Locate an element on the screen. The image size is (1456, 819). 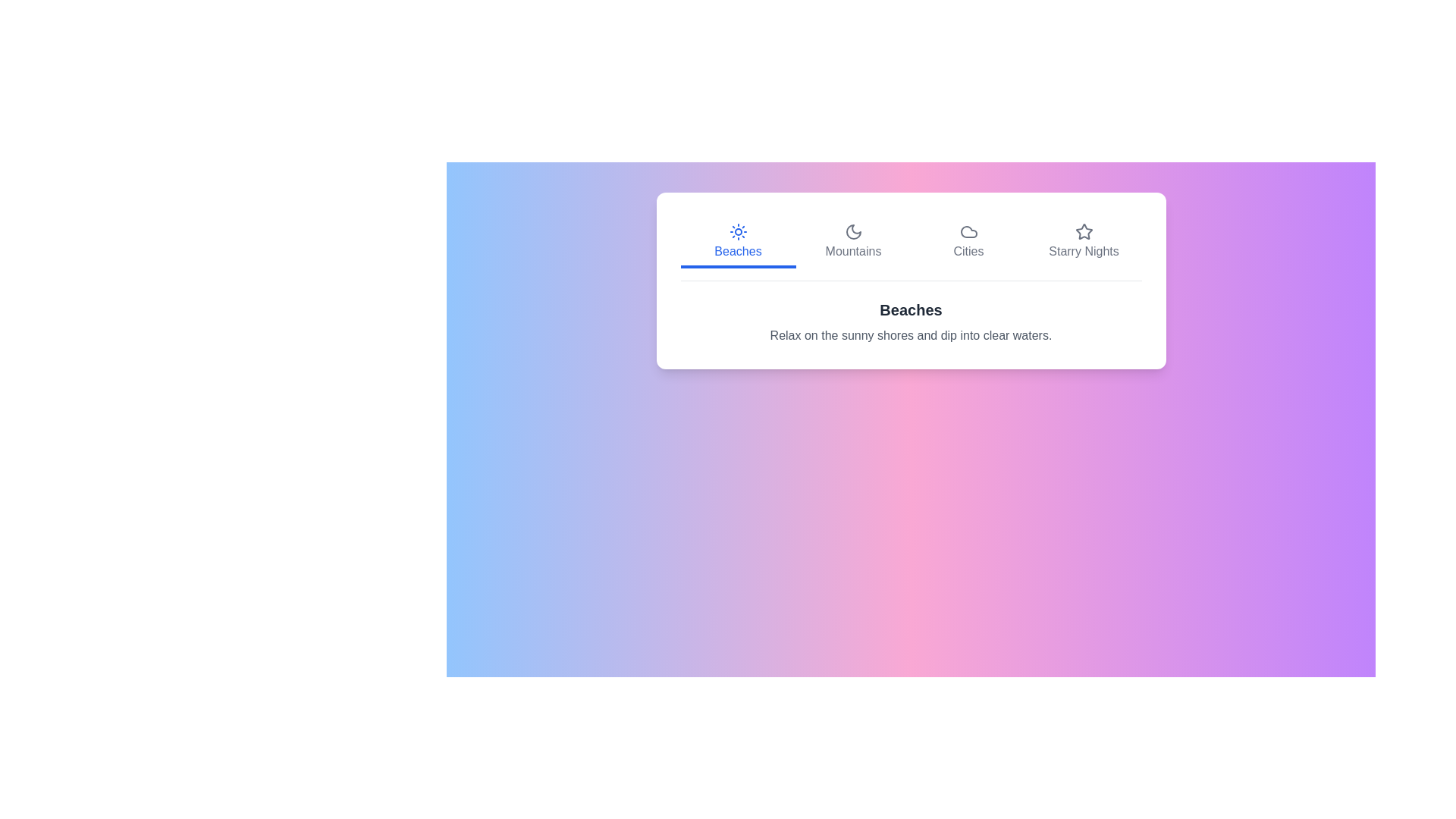
the category Mountains by clicking its button is located at coordinates (853, 242).